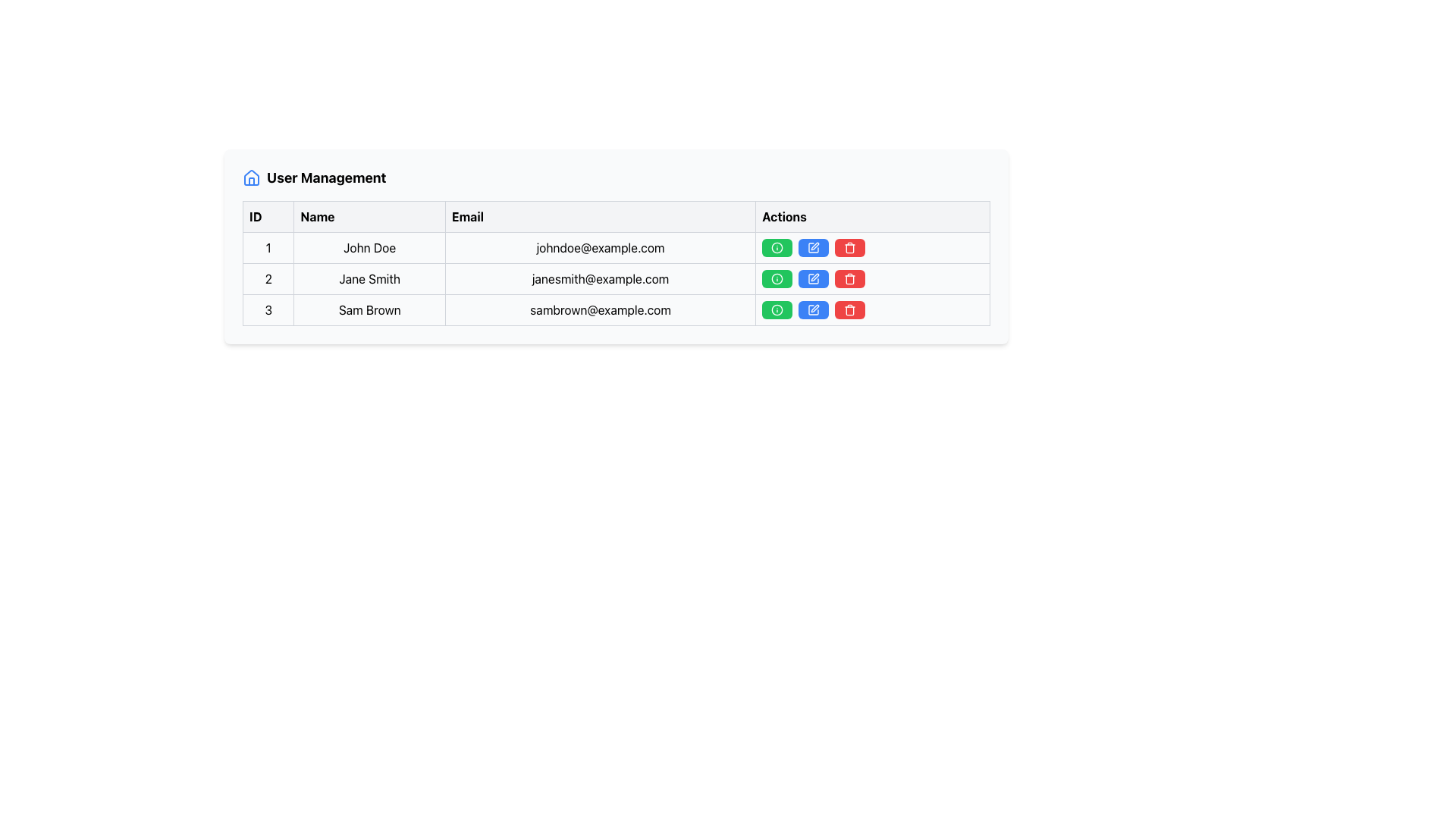 The width and height of the screenshot is (1456, 819). Describe the element at coordinates (325, 177) in the screenshot. I see `bold and large header text 'User Management' to understand the section context` at that location.